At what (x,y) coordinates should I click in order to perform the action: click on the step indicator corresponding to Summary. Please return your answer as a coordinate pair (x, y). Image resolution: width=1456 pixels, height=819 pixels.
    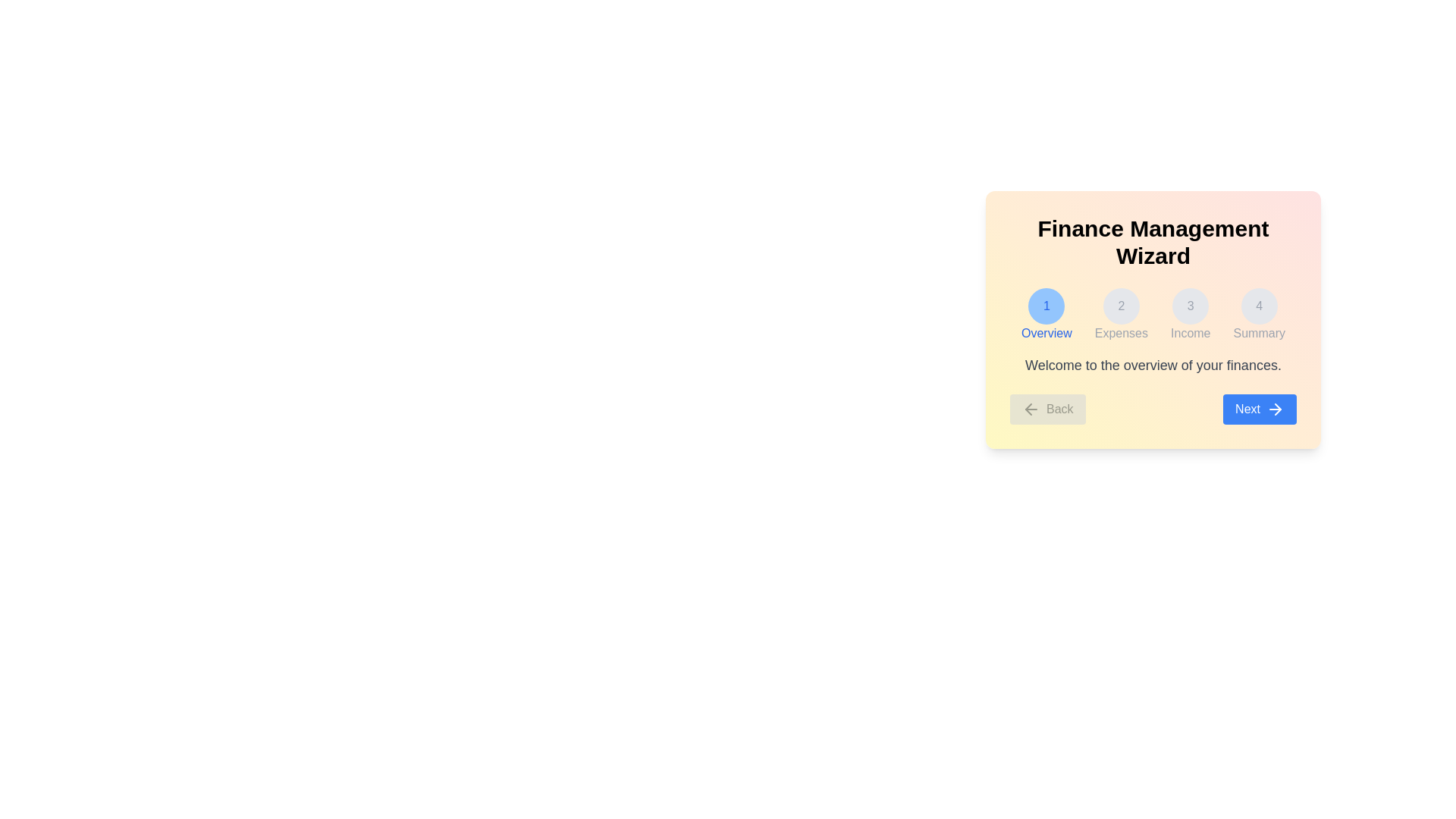
    Looking at the image, I should click on (1259, 315).